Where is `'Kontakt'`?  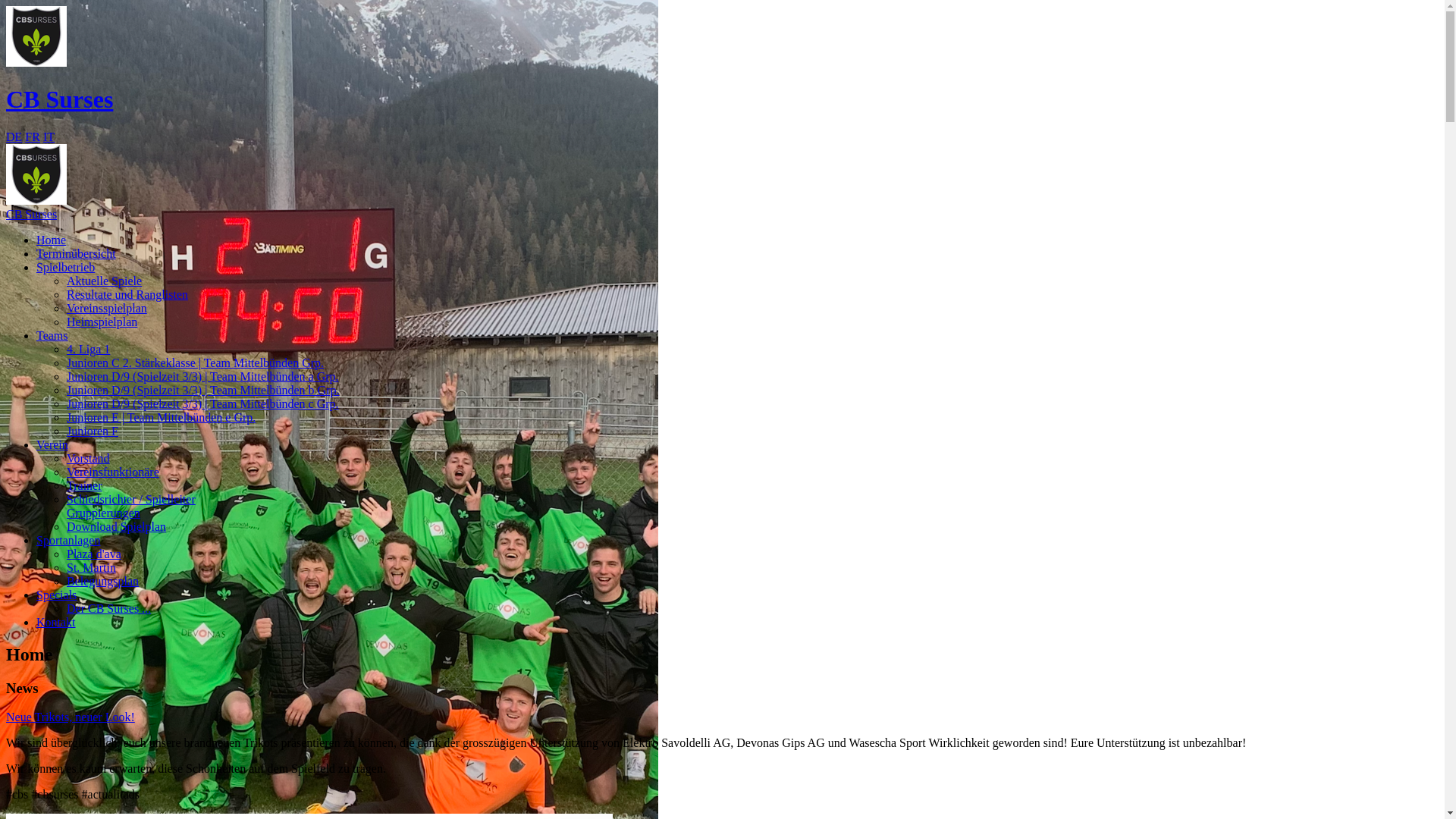 'Kontakt' is located at coordinates (55, 622).